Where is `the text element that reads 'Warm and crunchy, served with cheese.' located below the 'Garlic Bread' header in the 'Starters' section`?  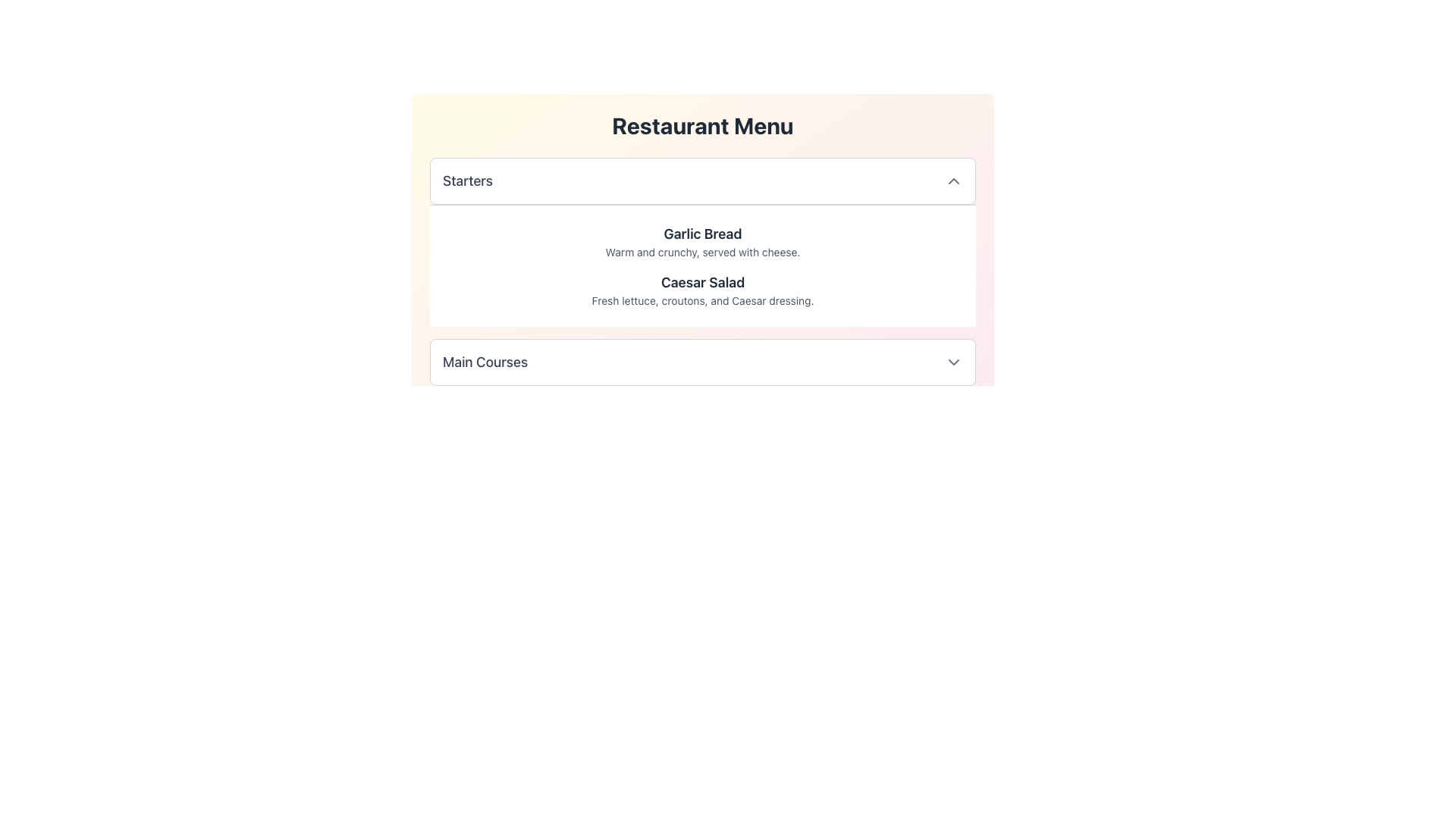 the text element that reads 'Warm and crunchy, served with cheese.' located below the 'Garlic Bread' header in the 'Starters' section is located at coordinates (701, 251).